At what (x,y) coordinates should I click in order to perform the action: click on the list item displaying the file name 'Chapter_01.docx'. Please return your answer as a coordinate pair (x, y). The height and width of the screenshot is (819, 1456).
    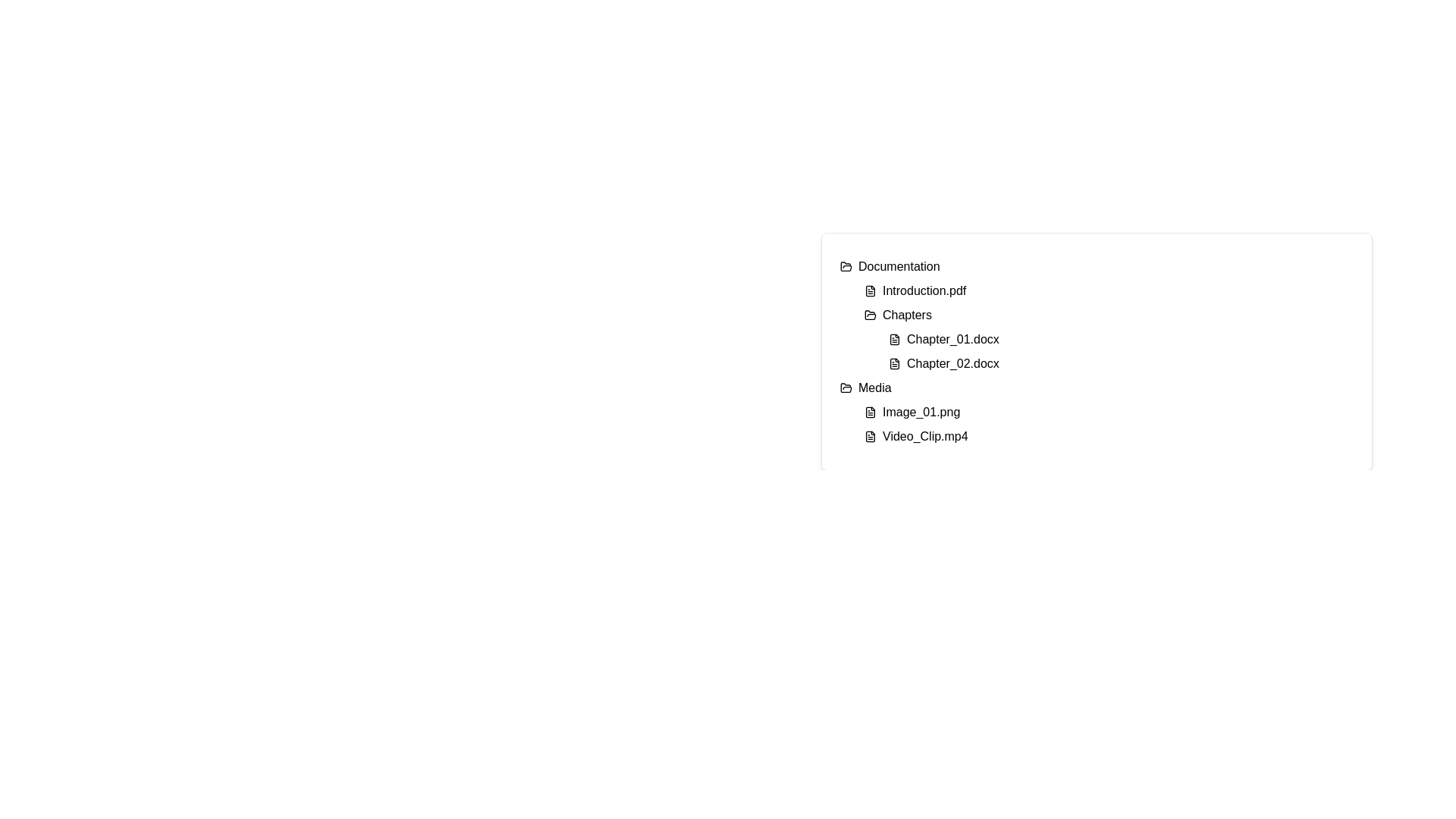
    Looking at the image, I should click on (1121, 338).